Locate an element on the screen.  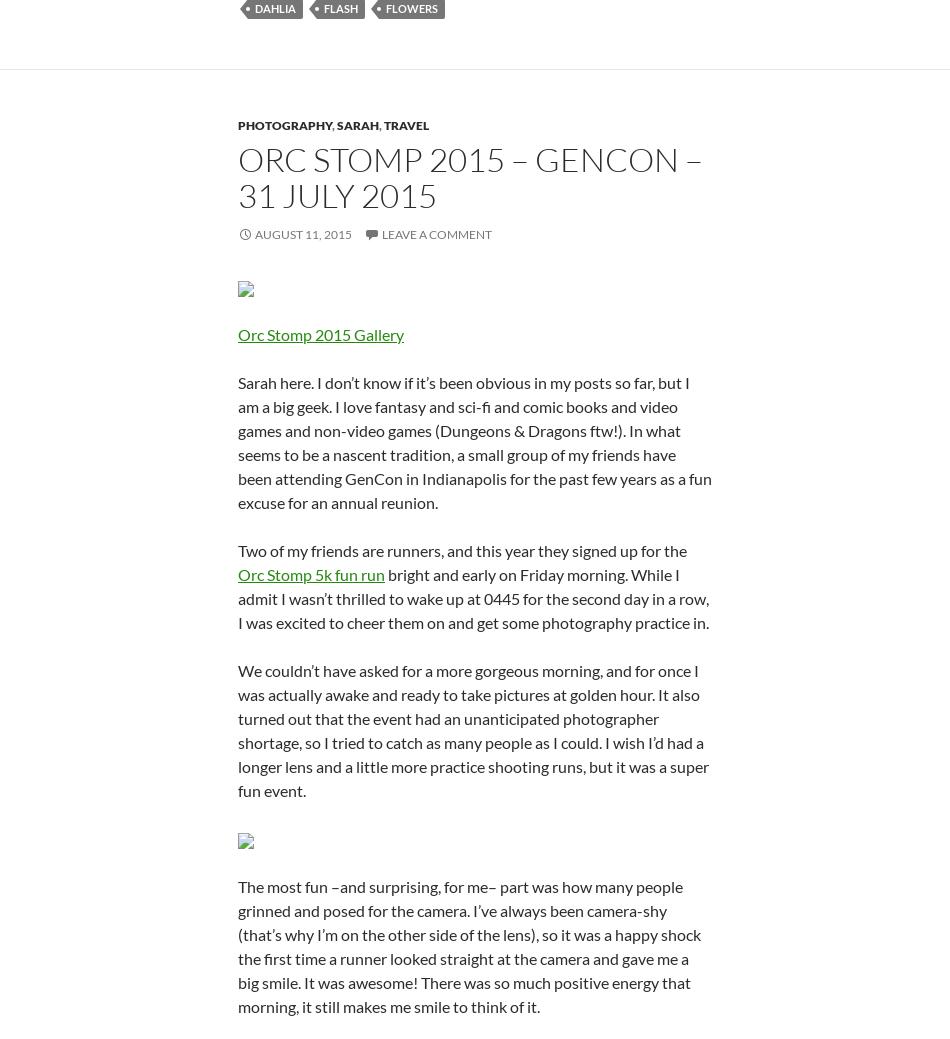
'Orc Stomp 2015 Gallery' is located at coordinates (320, 333).